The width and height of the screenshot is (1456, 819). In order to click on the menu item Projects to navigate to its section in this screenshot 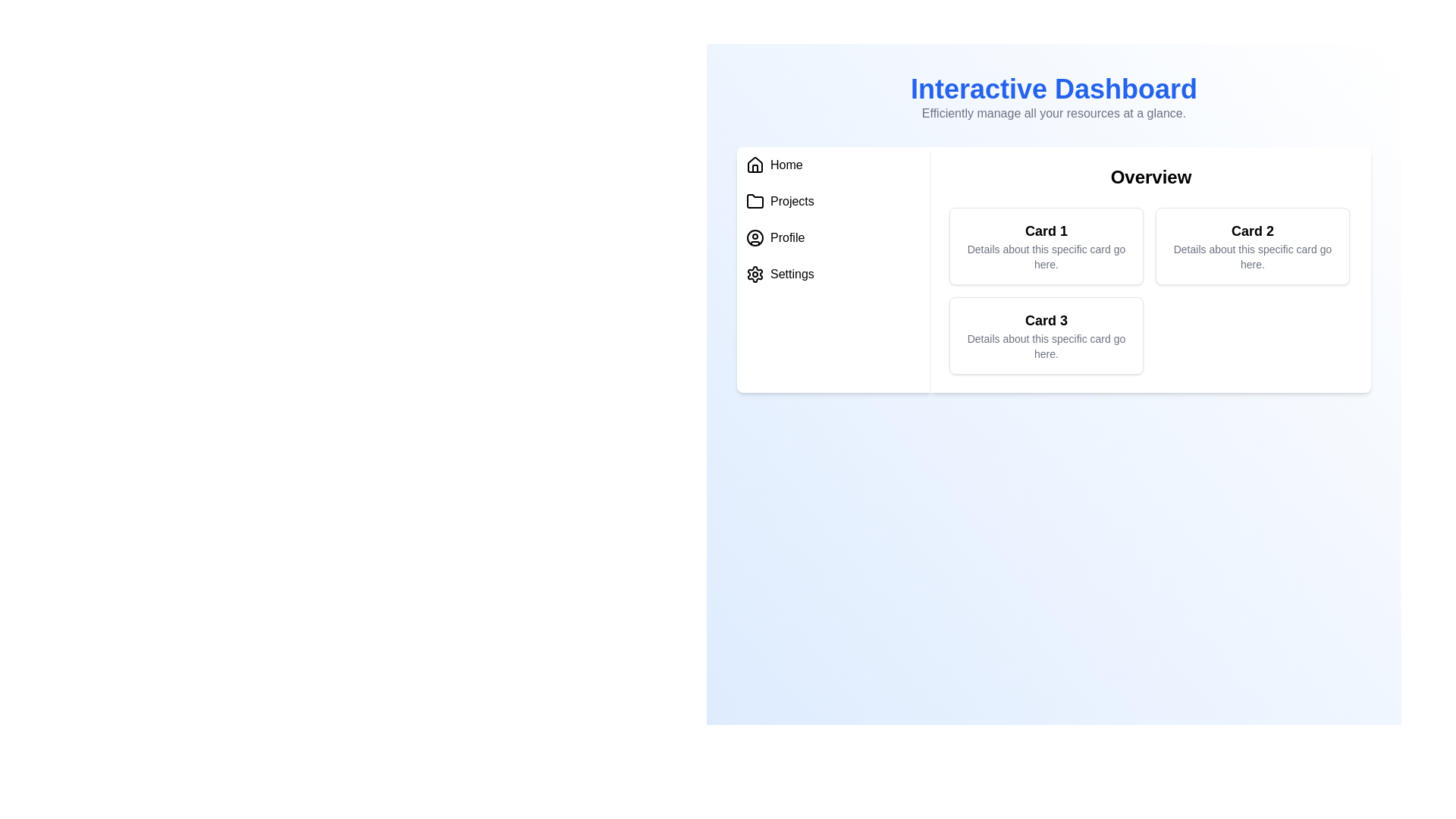, I will do `click(833, 201)`.